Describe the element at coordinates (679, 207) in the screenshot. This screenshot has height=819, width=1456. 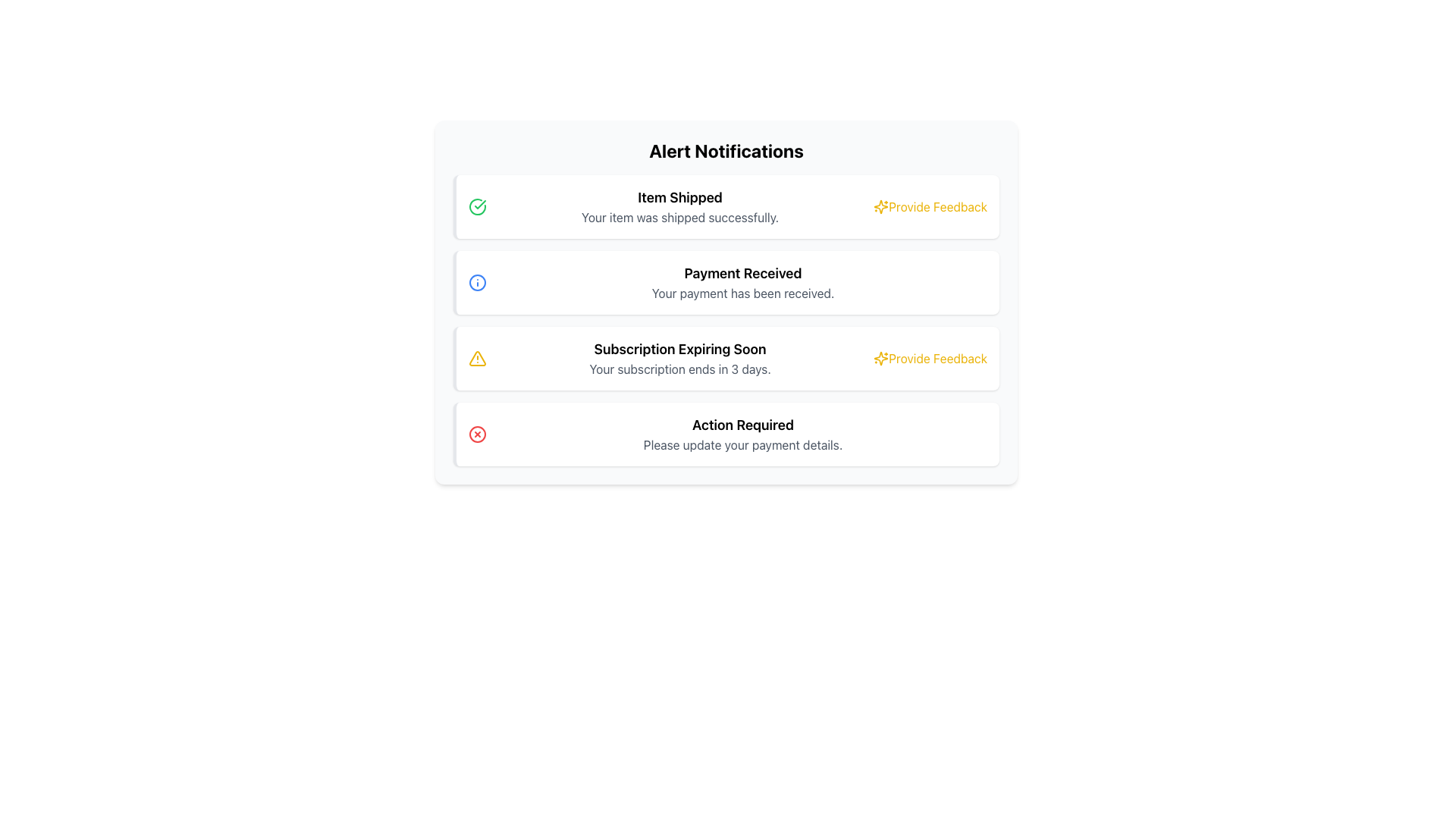
I see `the text display element showing 'Item Shipped' and 'Your item was shipped successfully.' in the first notification card below 'Alert Notifications'` at that location.